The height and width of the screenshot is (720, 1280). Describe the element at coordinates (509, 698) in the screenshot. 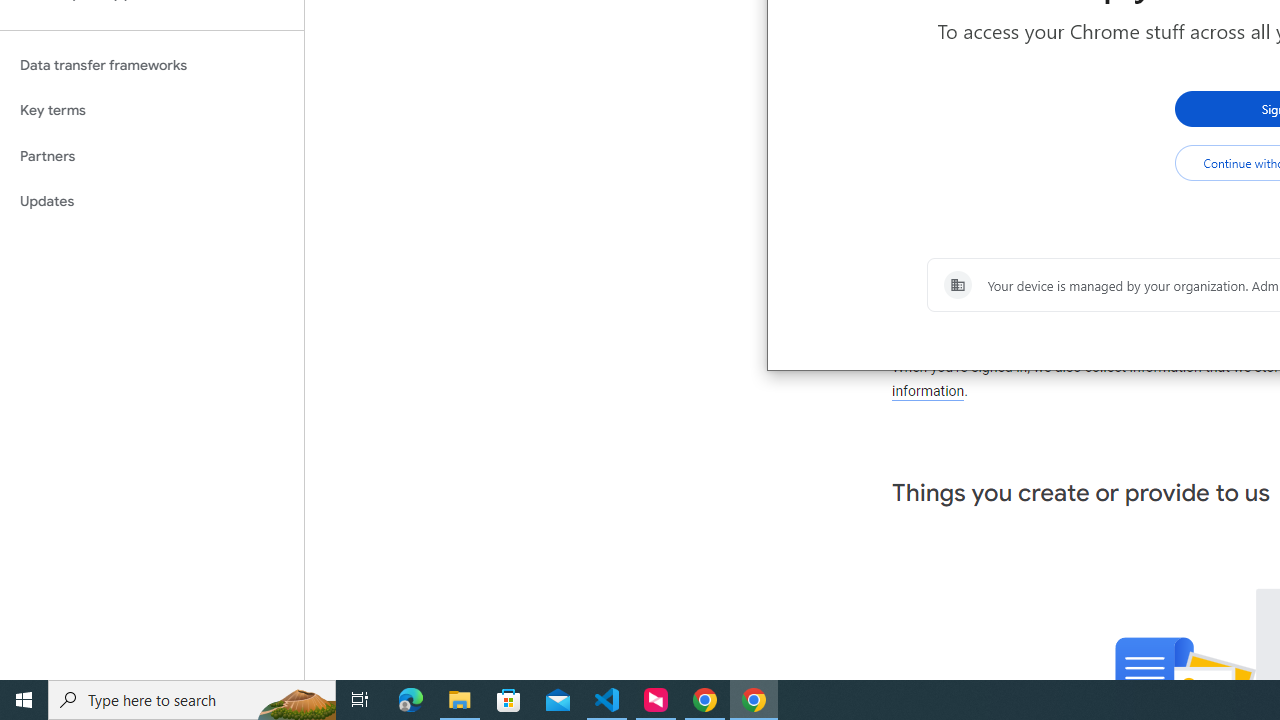

I see `'Microsoft Store'` at that location.